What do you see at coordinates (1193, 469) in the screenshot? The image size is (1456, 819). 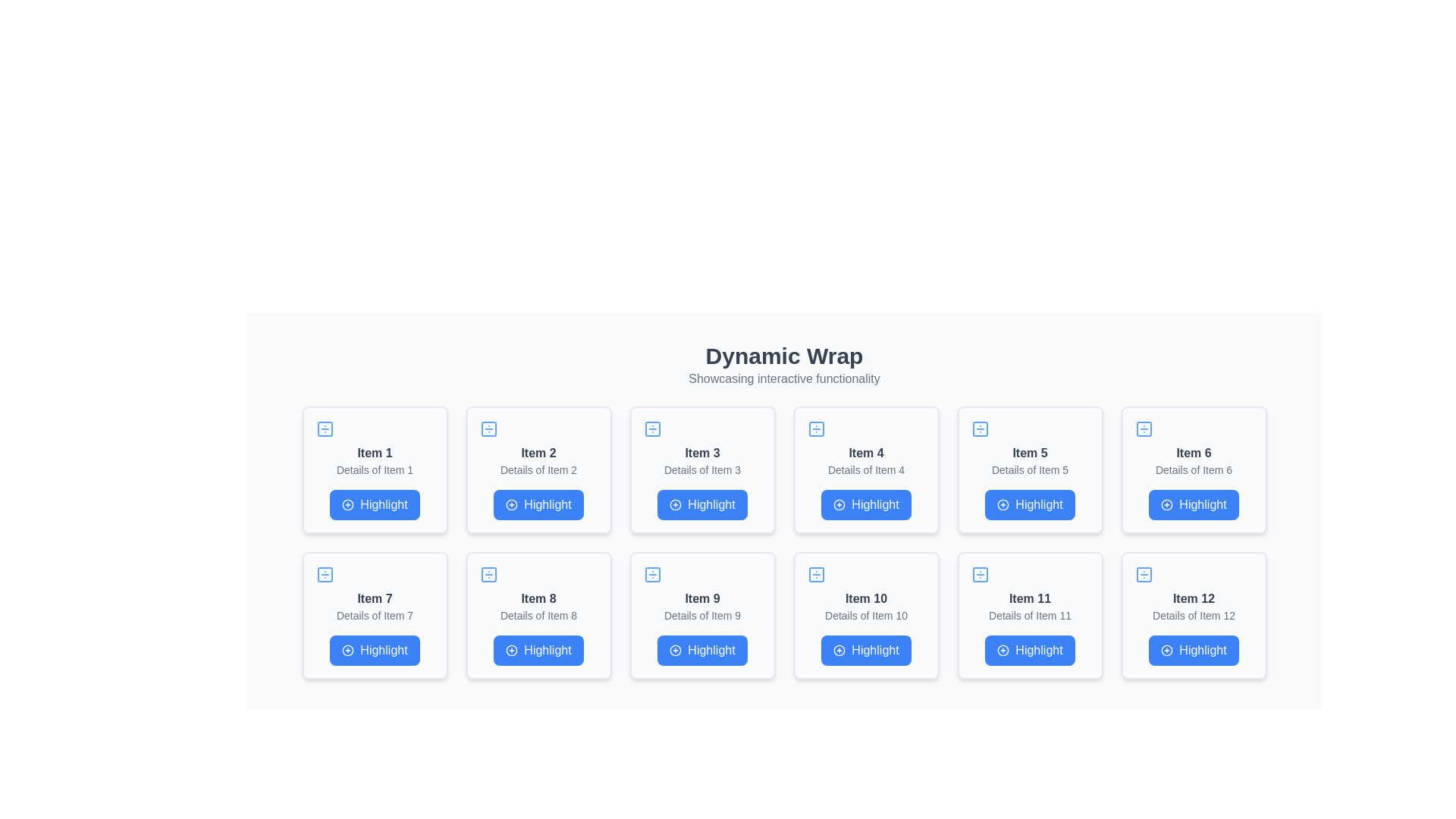 I see `title 'Item 6' and the details 'Details of Item 6' from the informational card with a blue button labeled 'Highlight' at the bottom` at bounding box center [1193, 469].